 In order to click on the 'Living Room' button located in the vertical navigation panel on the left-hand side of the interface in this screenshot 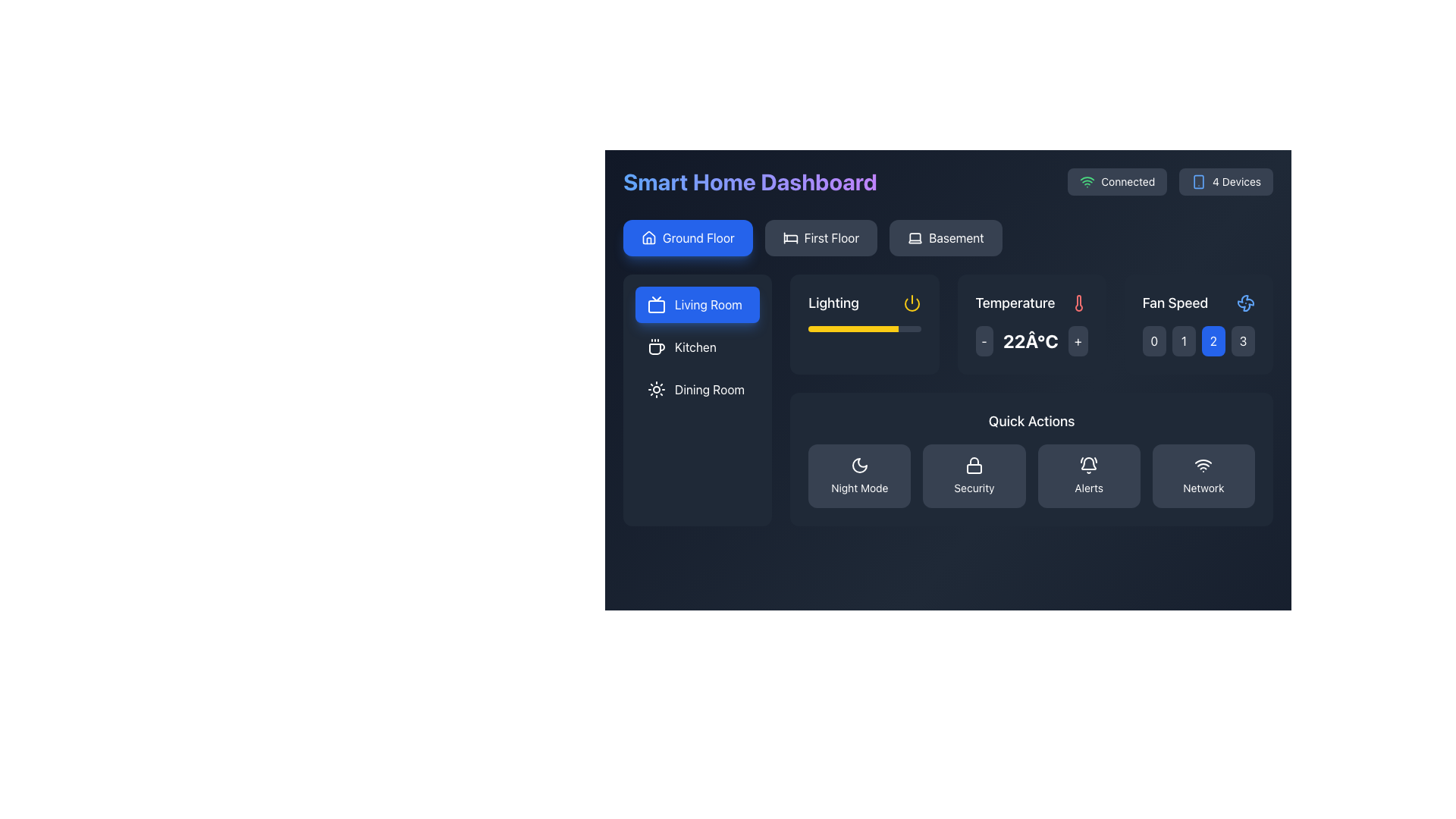, I will do `click(697, 304)`.